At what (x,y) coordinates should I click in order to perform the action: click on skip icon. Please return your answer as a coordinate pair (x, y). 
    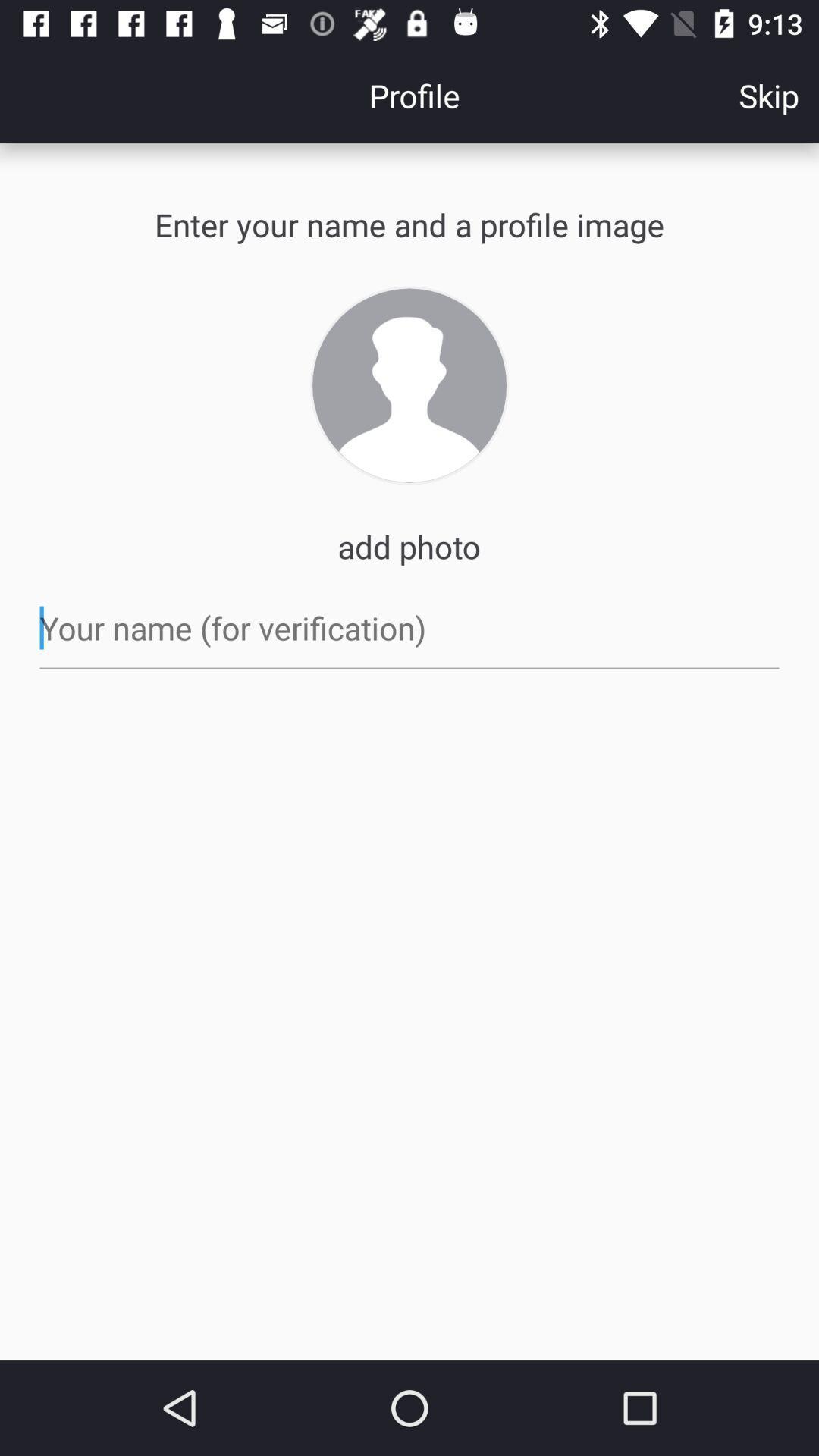
    Looking at the image, I should click on (769, 94).